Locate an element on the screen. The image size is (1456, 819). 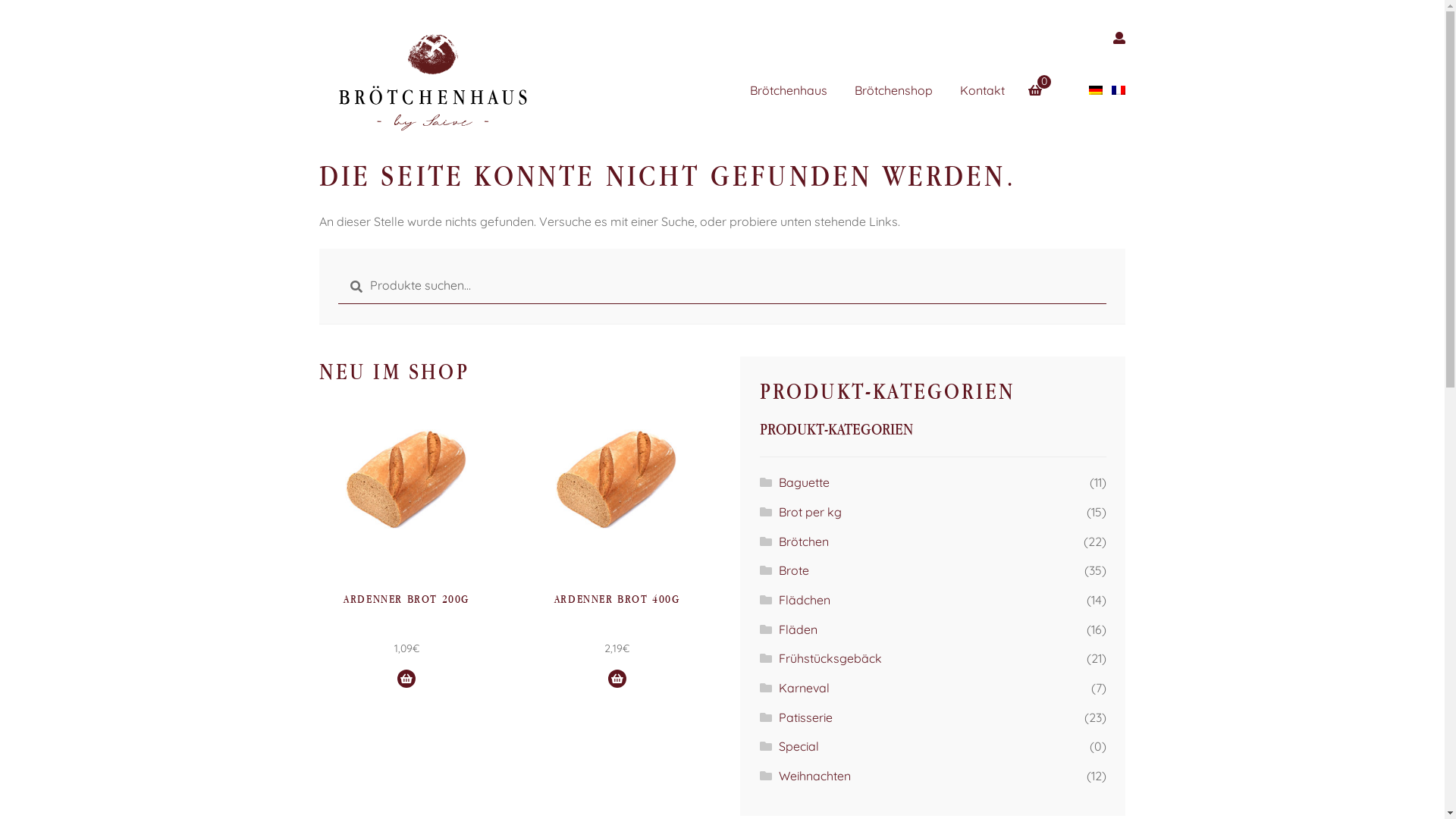
'Patisserie' is located at coordinates (805, 717).